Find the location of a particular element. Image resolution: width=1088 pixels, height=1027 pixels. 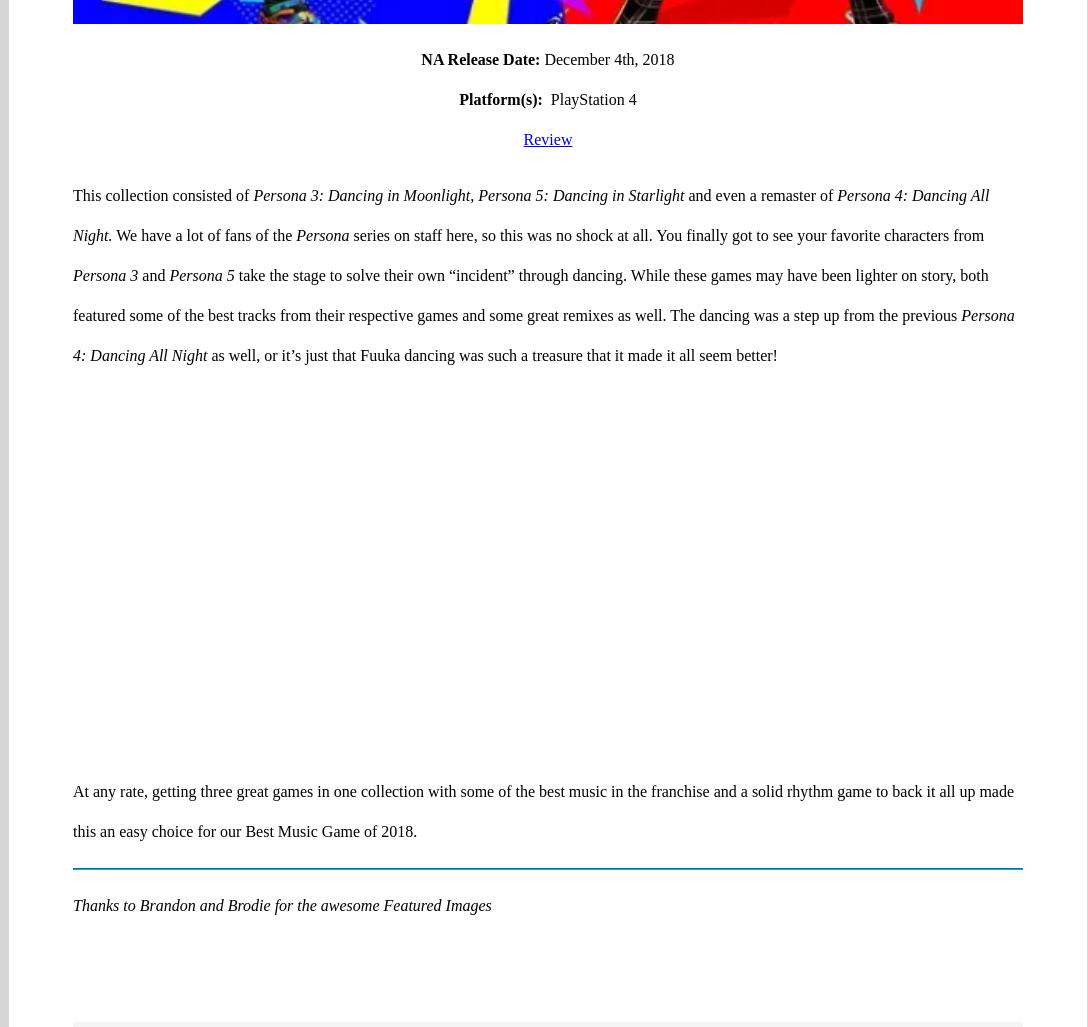

'We have a lot of fans of the' is located at coordinates (203, 157).